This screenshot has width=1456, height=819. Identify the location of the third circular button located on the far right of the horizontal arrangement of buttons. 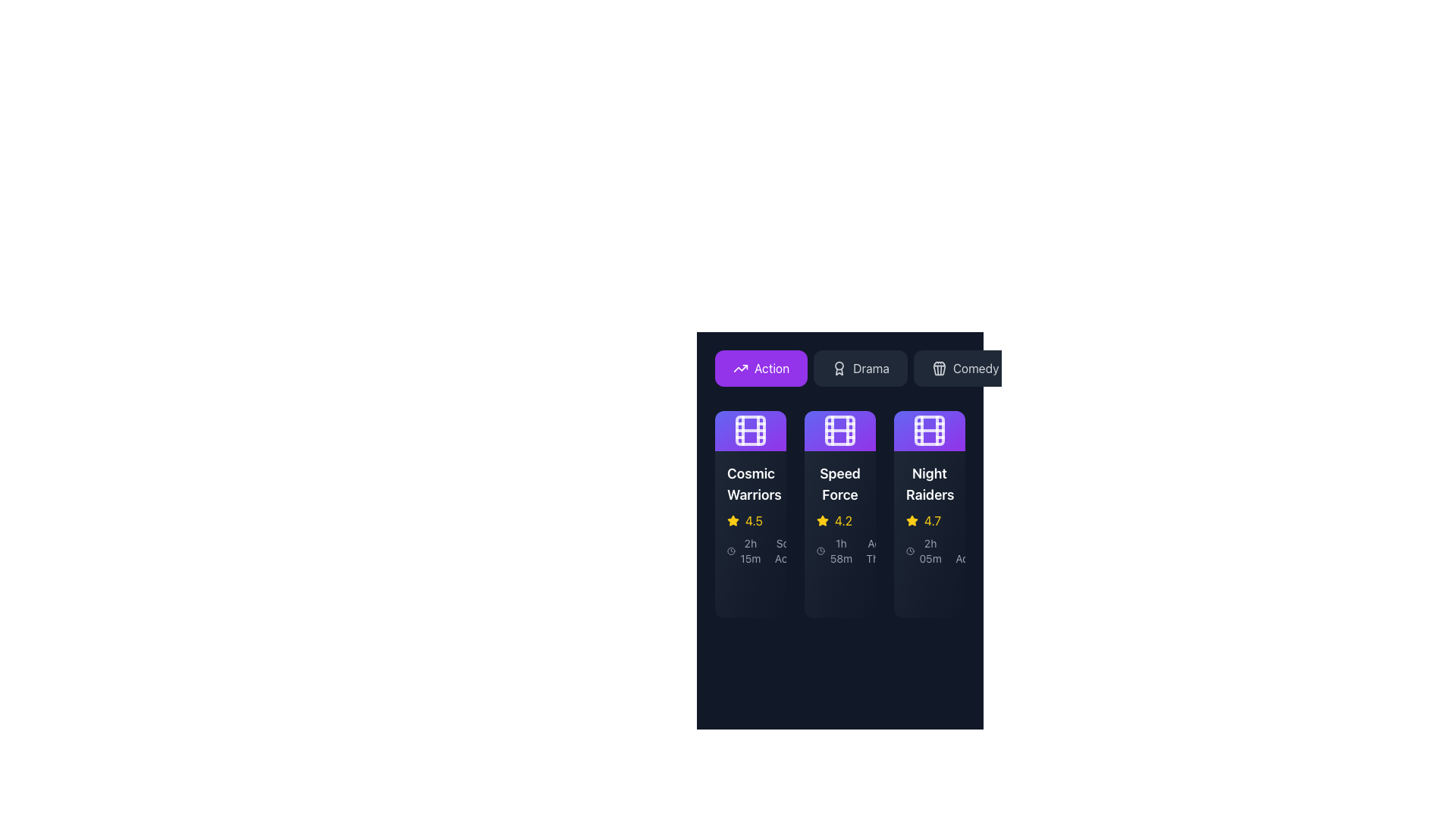
(839, 589).